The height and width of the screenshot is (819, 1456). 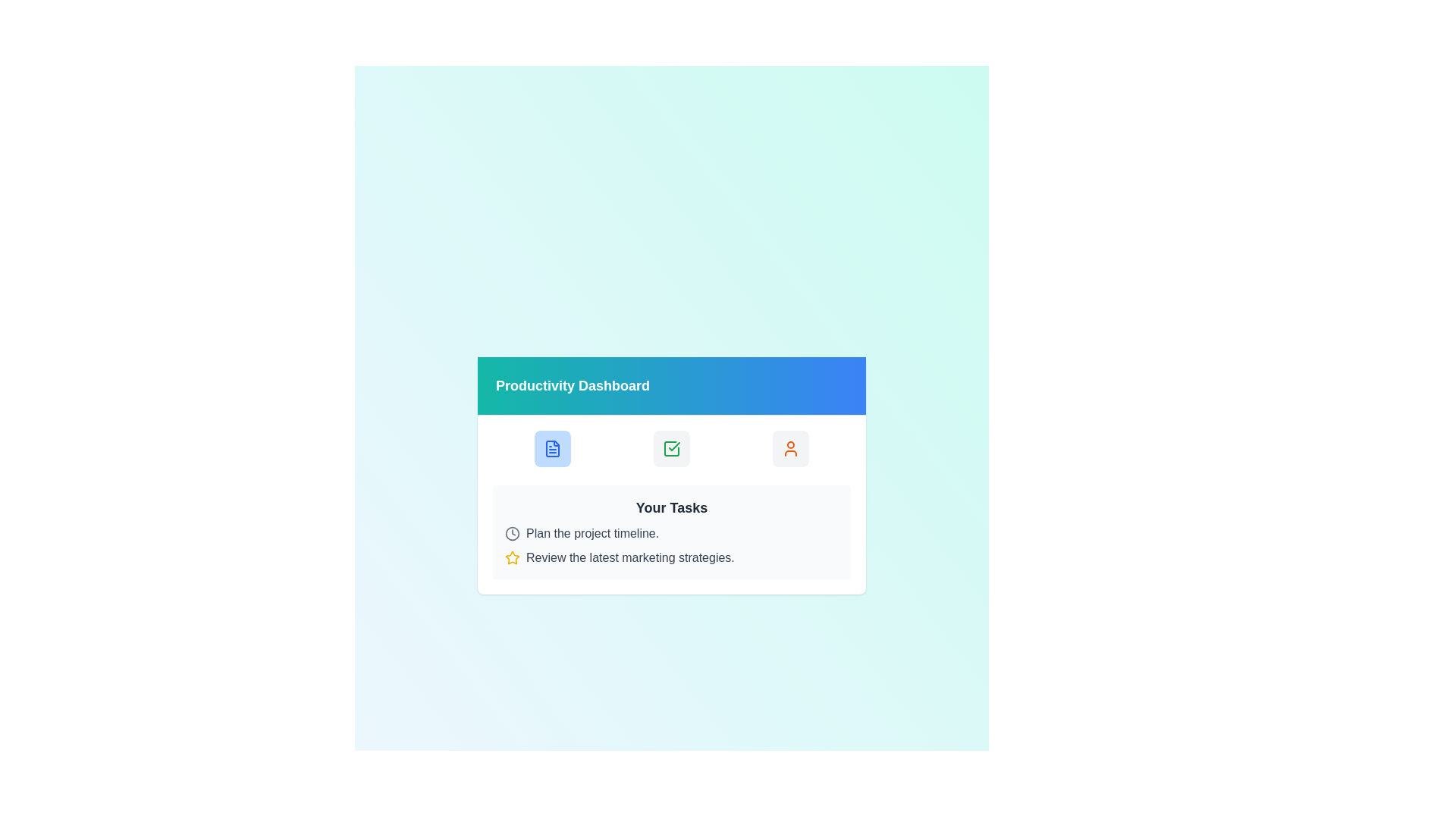 What do you see at coordinates (790, 447) in the screenshot?
I see `the square button with a light gray background and an orange user icon, located at the bottom of the Productivity Dashboard` at bounding box center [790, 447].